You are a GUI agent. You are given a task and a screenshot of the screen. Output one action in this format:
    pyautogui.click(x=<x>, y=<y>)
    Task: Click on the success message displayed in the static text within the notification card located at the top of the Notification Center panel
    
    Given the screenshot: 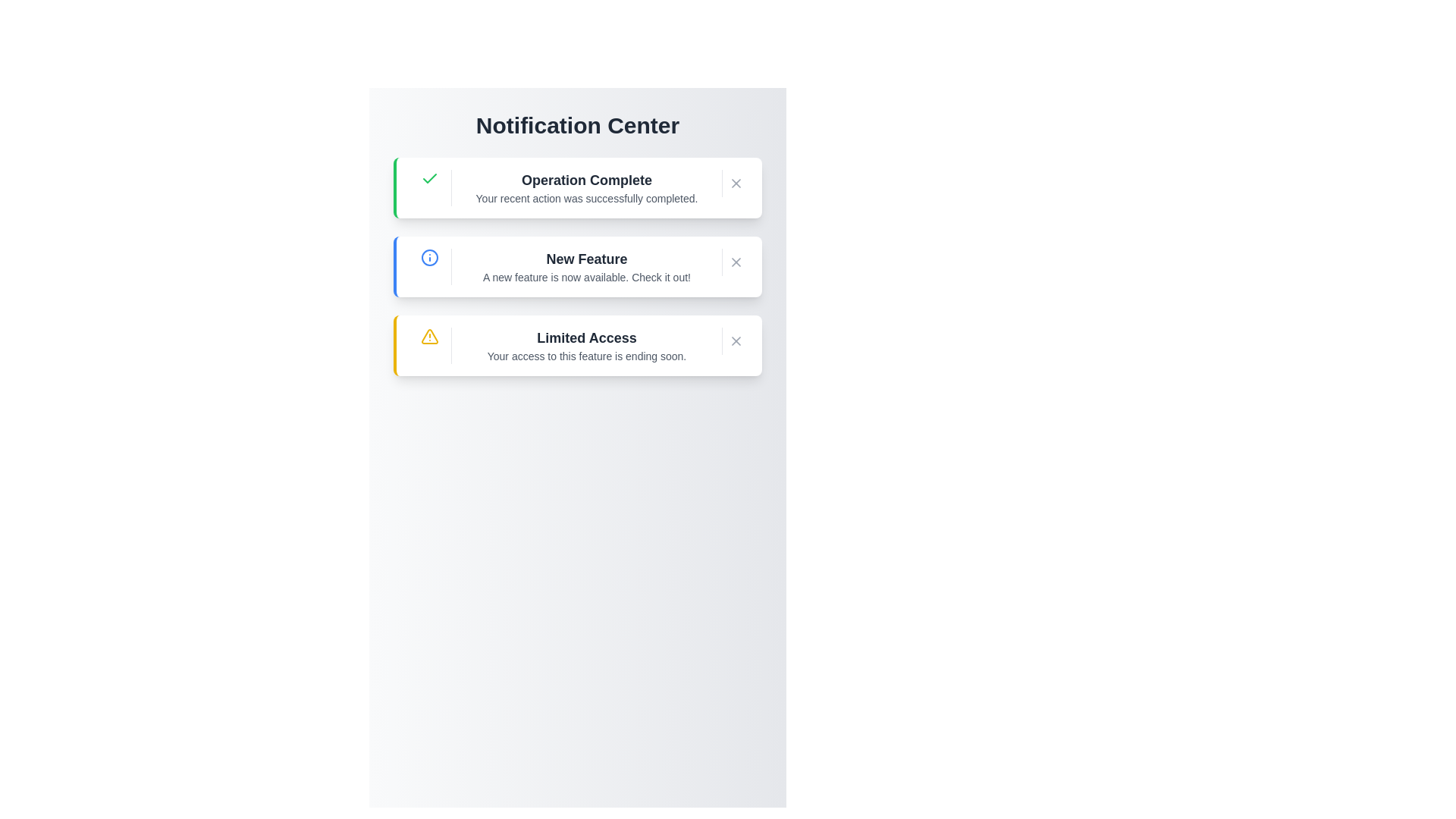 What is the action you would take?
    pyautogui.click(x=585, y=187)
    